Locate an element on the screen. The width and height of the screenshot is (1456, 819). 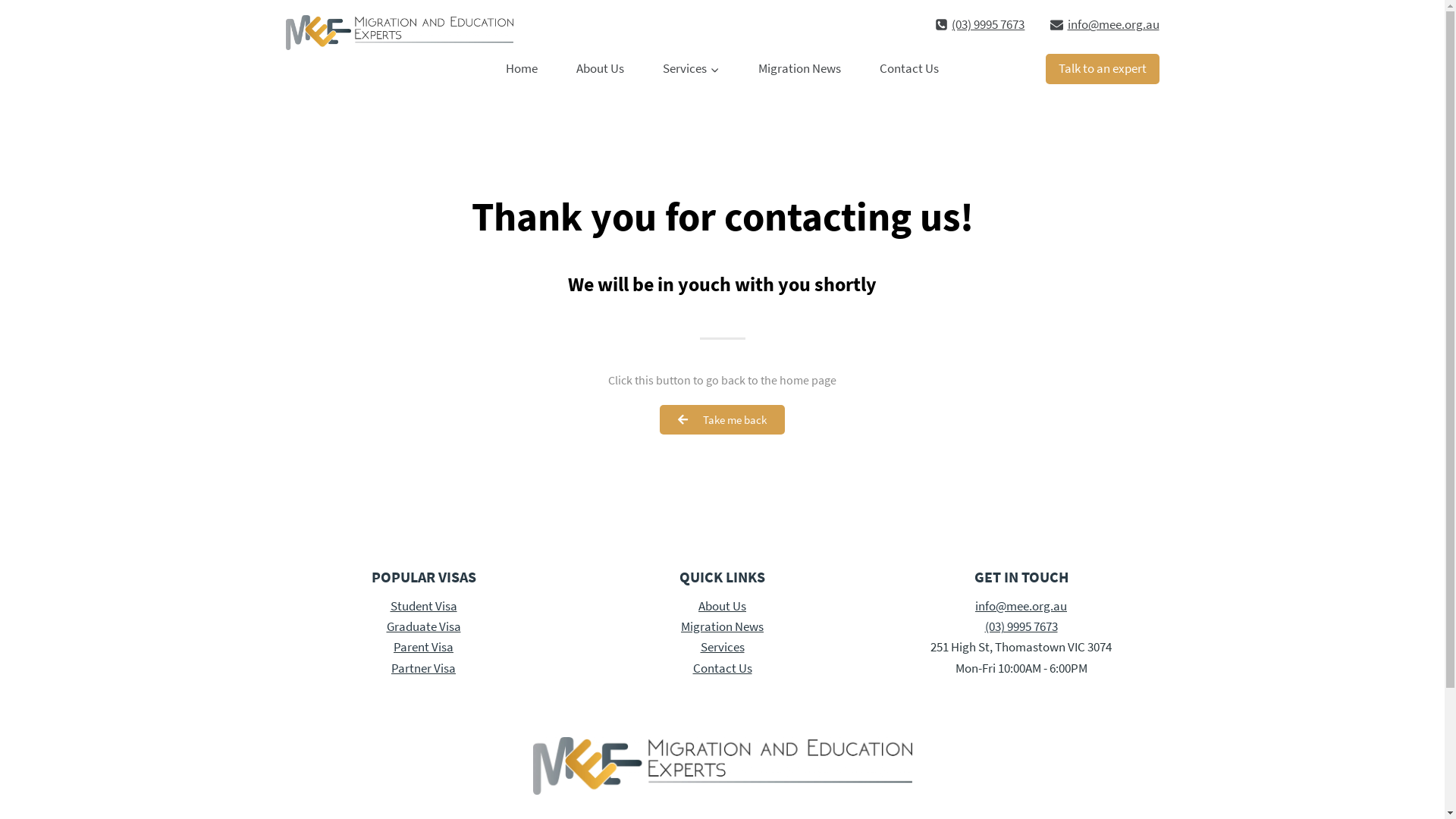
'Student Visa' is located at coordinates (389, 604).